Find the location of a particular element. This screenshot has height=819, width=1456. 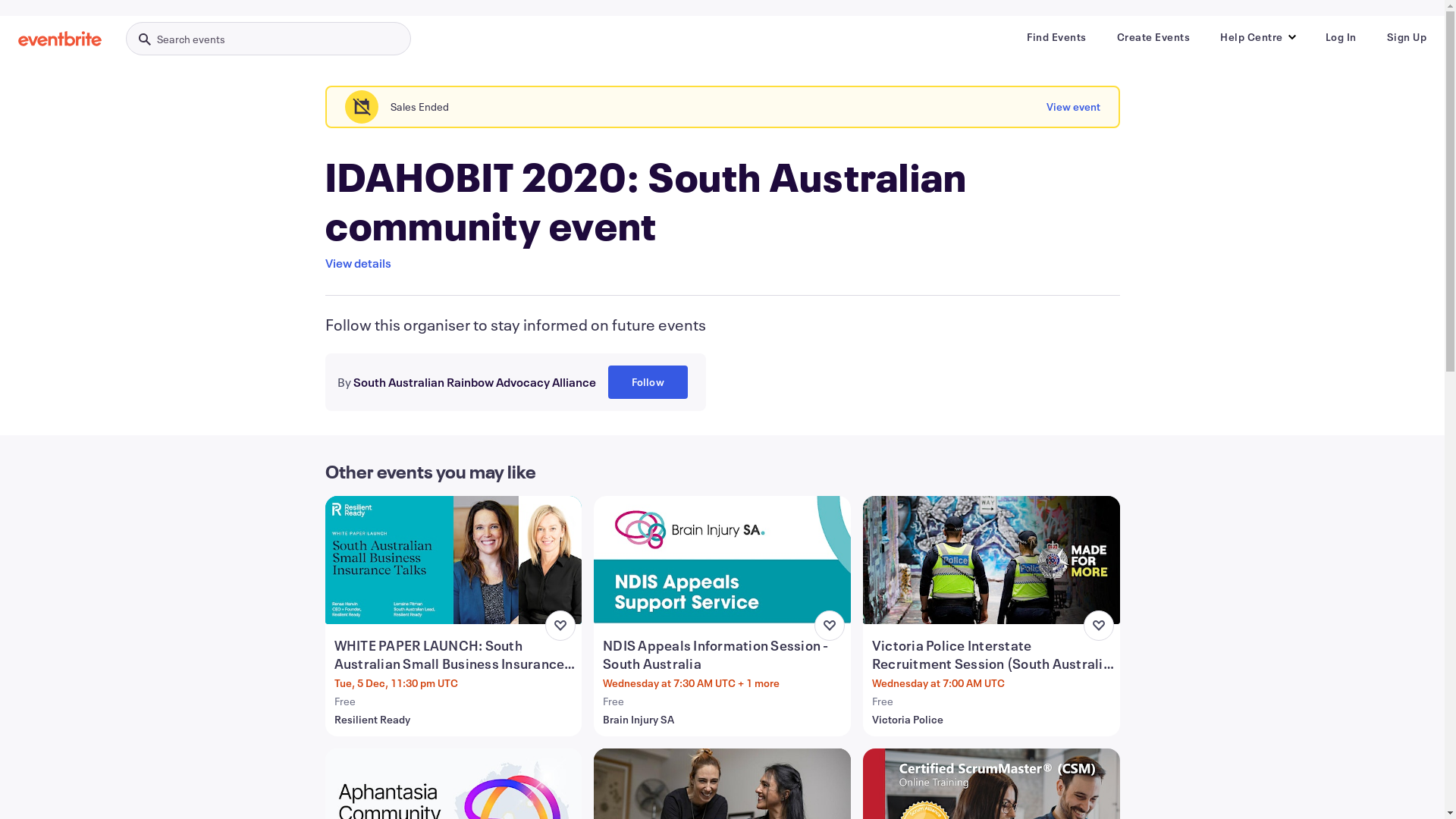

'Sign Up' is located at coordinates (1405, 36).